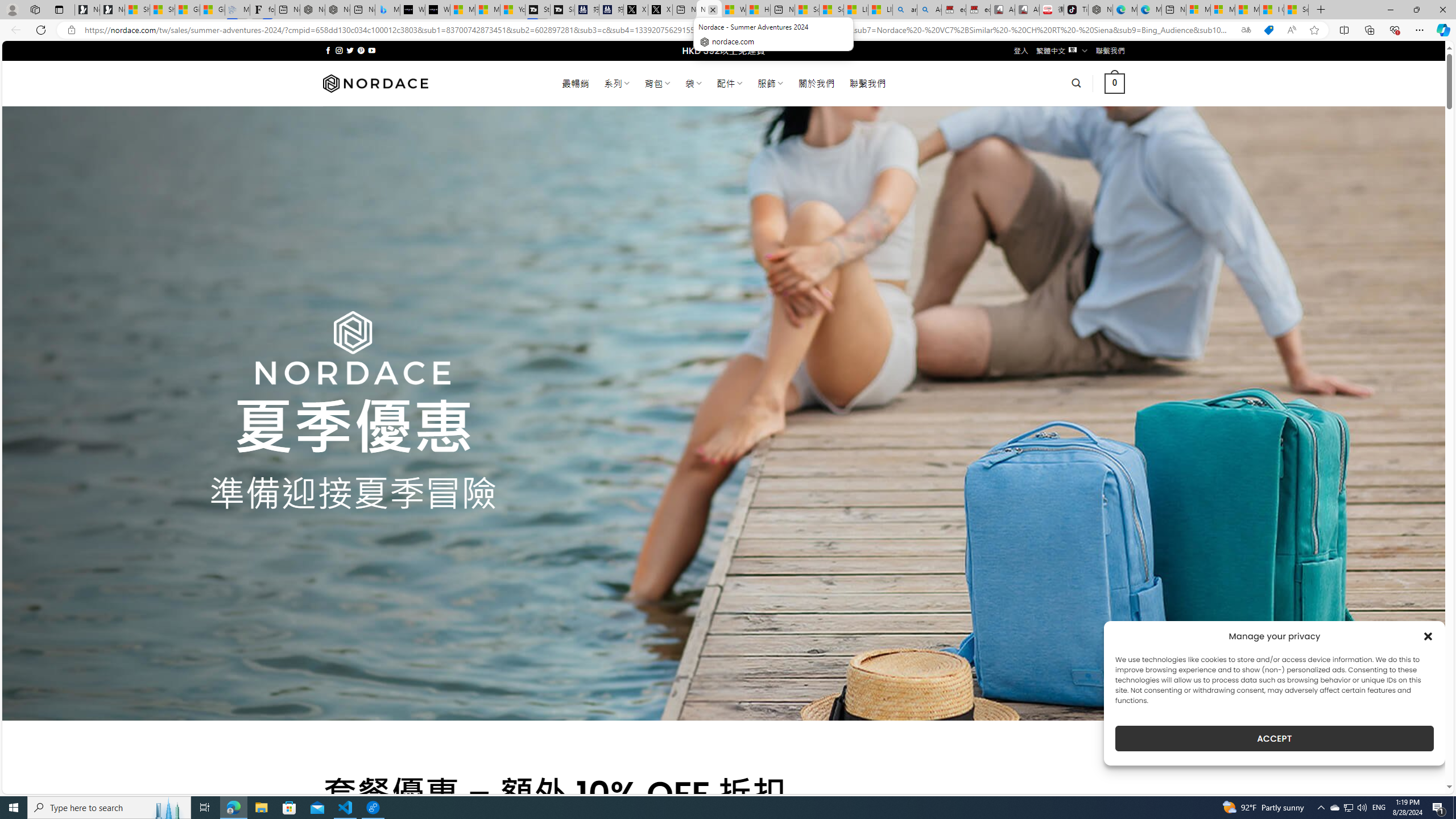 The image size is (1456, 819). I want to click on 'Shanghai, China weather forecast | Microsoft Weather', so click(162, 9).